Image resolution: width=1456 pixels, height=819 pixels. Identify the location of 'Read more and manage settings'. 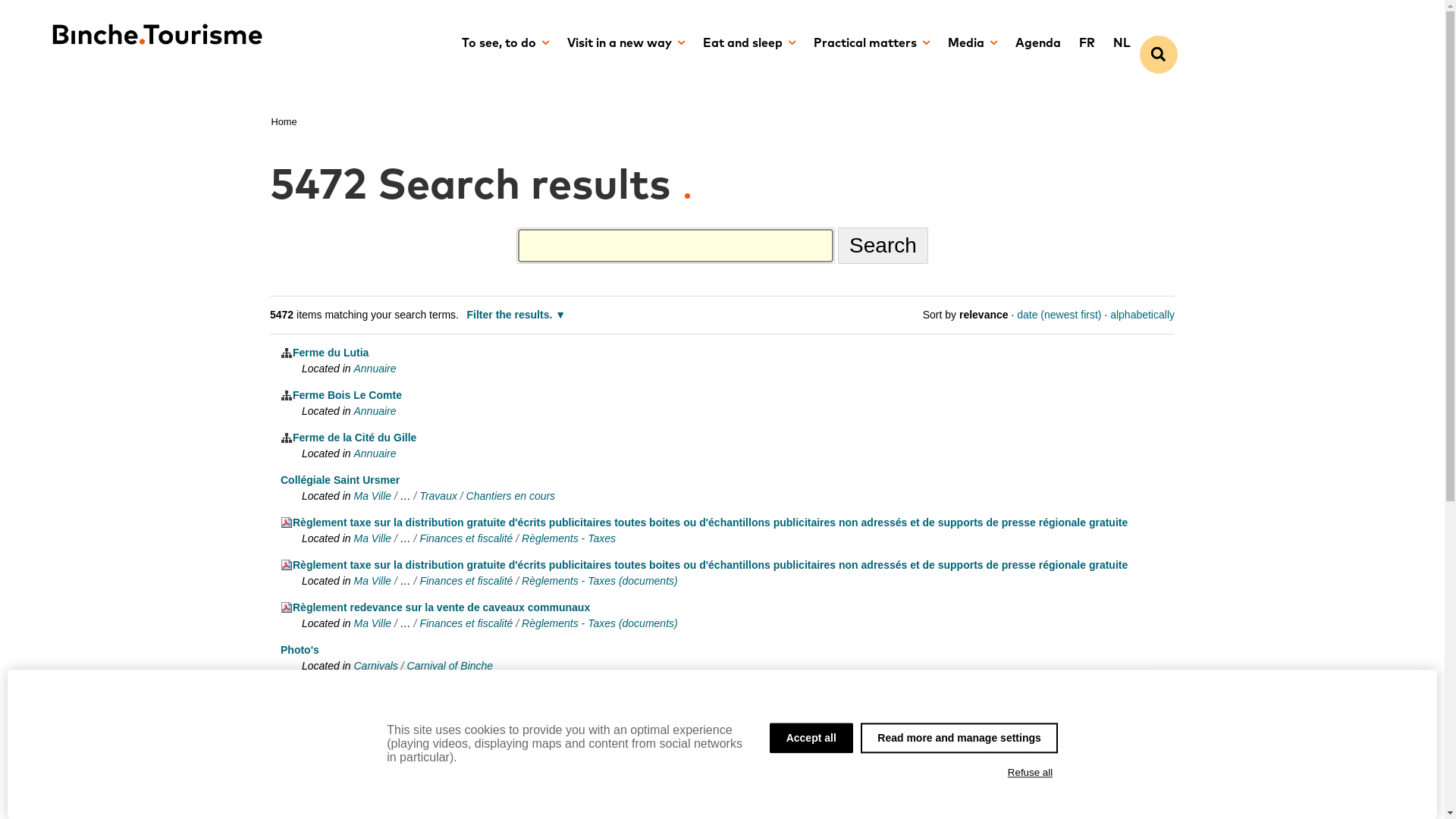
(860, 736).